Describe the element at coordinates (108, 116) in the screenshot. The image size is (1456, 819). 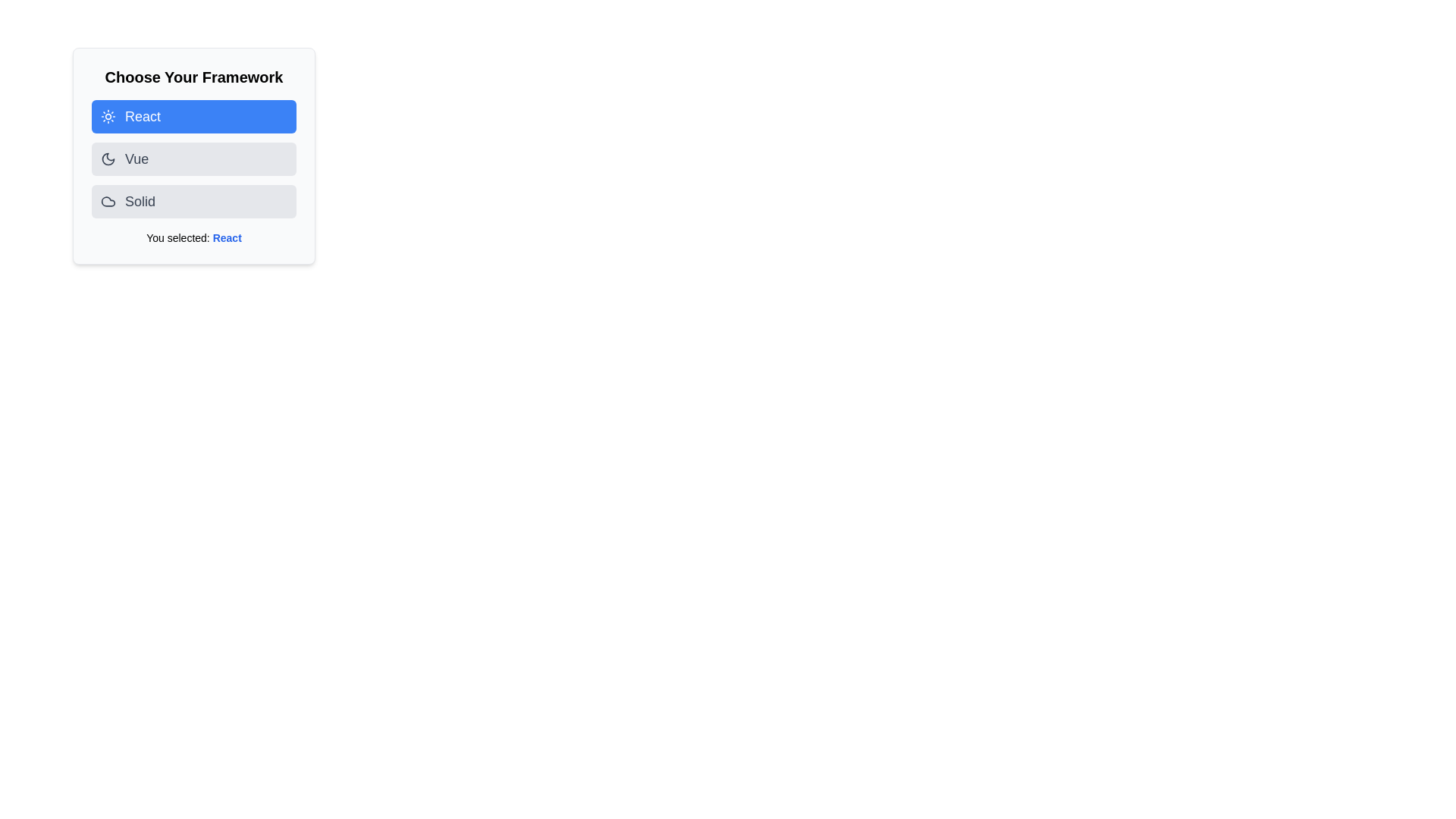
I see `the sun icon SVG graphic located on the leftmost side of the blue 'React' button` at that location.